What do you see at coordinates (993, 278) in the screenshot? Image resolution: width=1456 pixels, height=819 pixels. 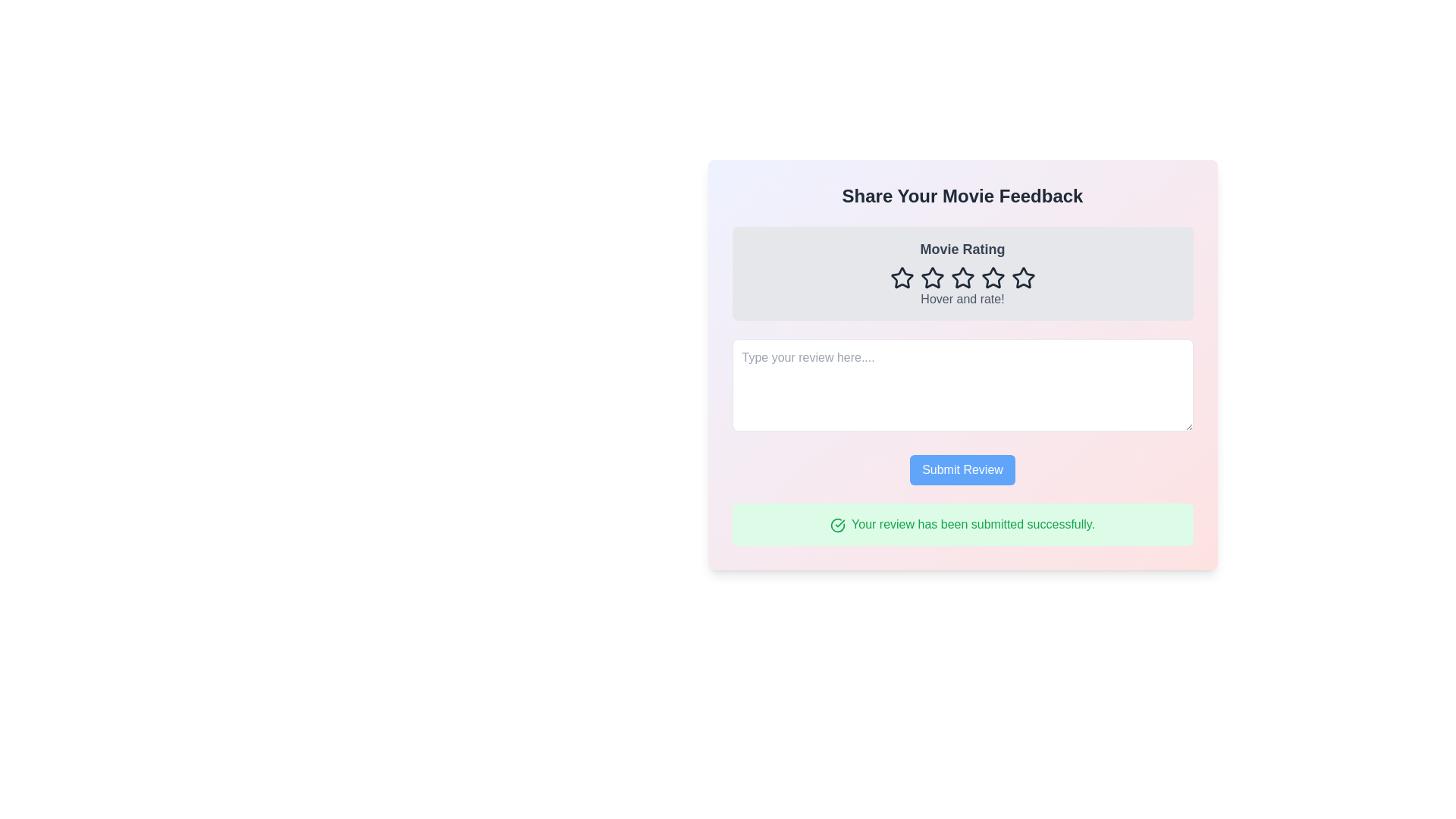 I see `the fourth star icon in the series of five star-shaped icons within the 'Movie Rating' section` at bounding box center [993, 278].